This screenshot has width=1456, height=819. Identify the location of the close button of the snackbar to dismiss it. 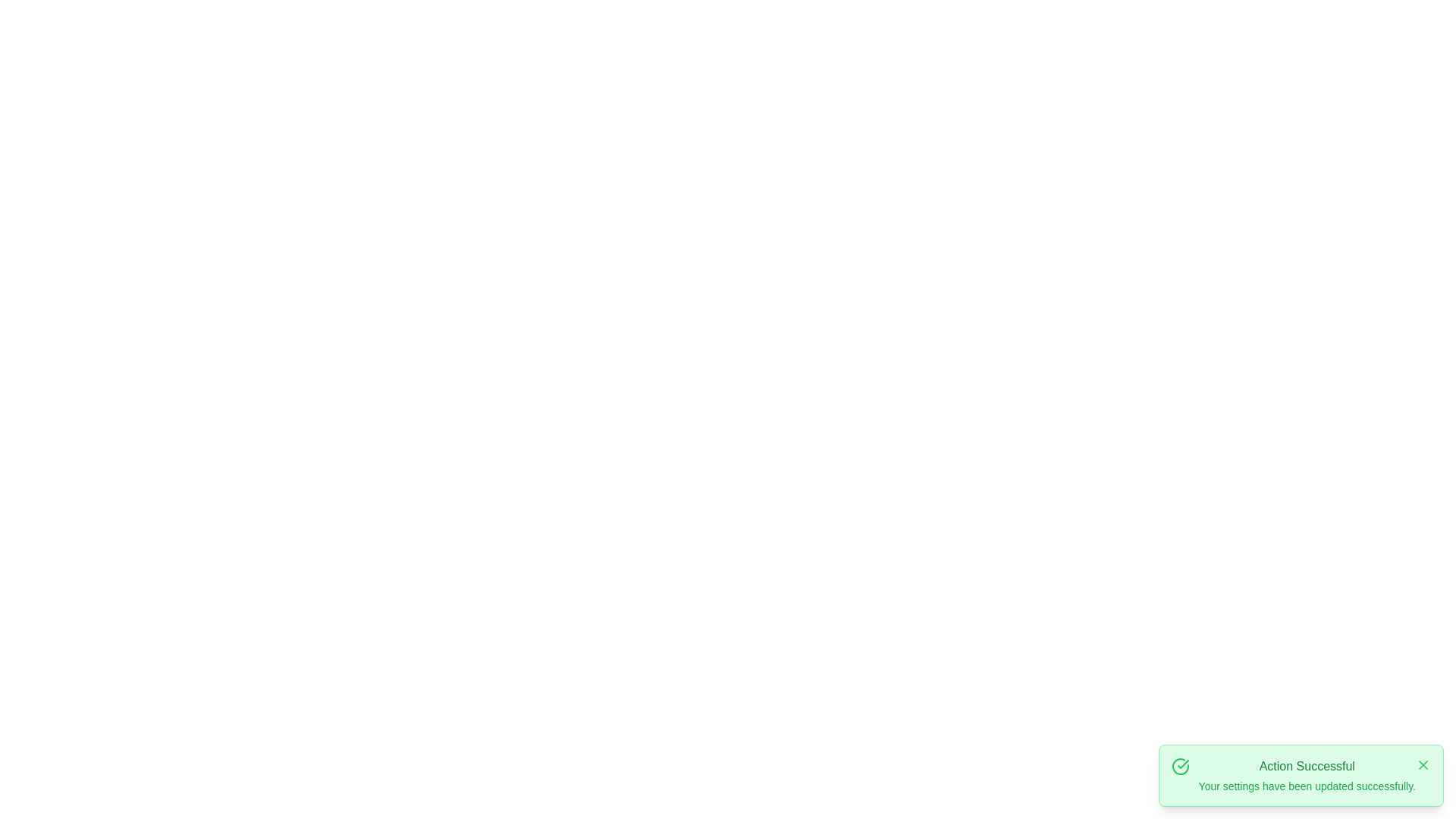
(1422, 765).